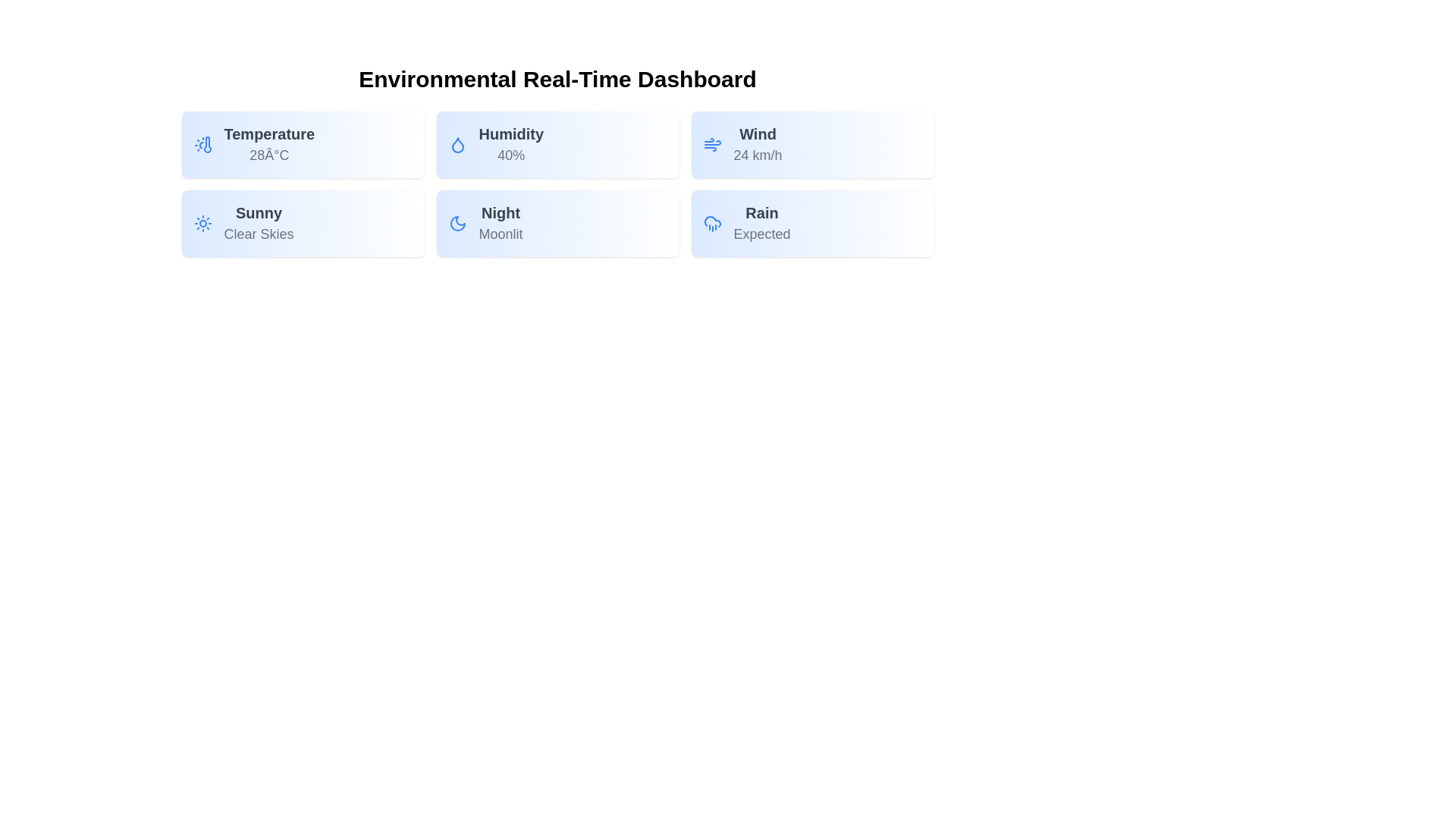 The image size is (1456, 819). I want to click on text label displaying 'Clear Skies' which is styled in medium gray text and located below the 'Sunny' label in the weather tile, so click(259, 234).